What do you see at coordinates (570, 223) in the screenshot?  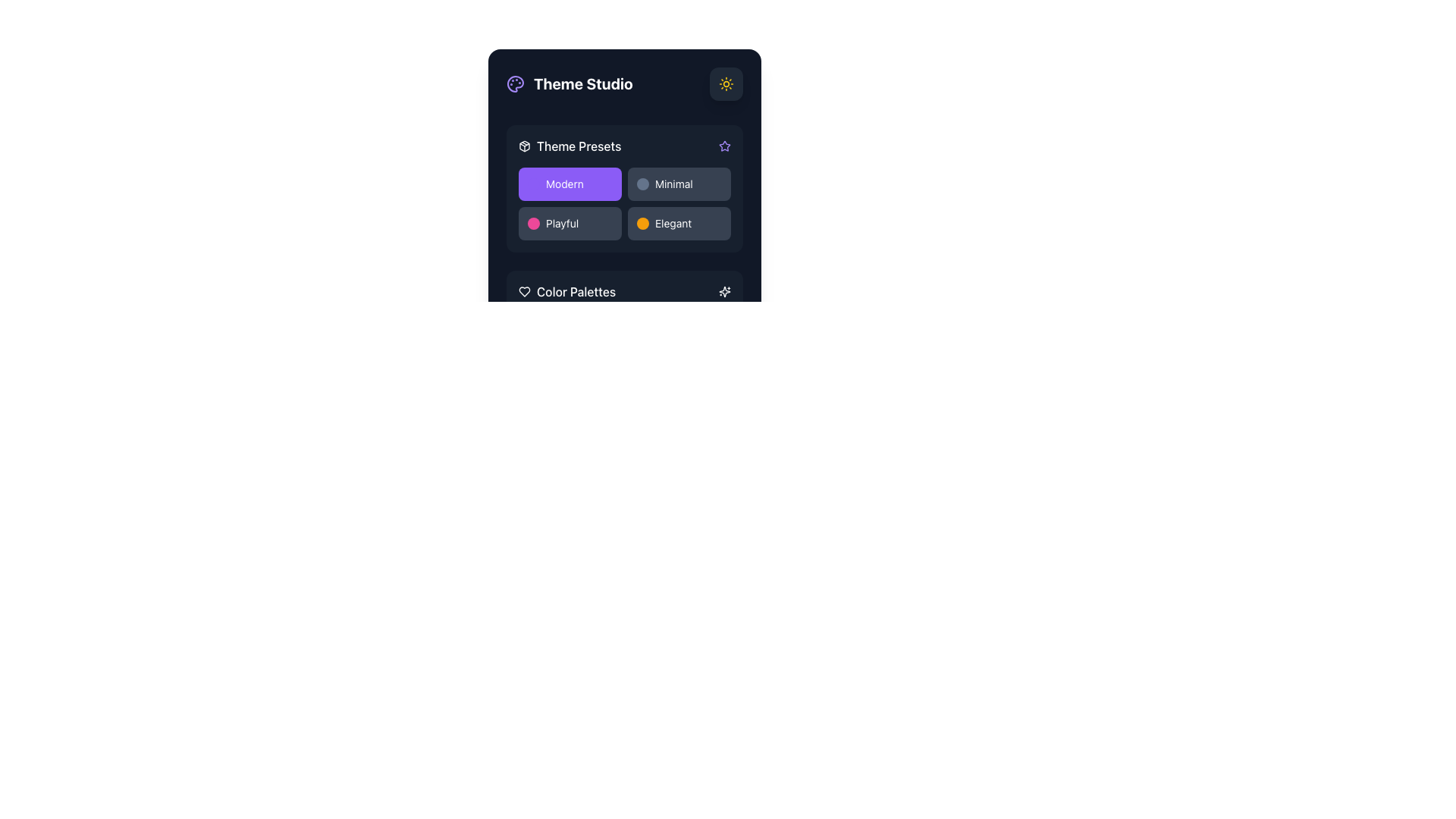 I see `the 'Playful' button, which is the third item in the grid of theme preset options, located on the left side of the second row beneath the 'Modern' button` at bounding box center [570, 223].